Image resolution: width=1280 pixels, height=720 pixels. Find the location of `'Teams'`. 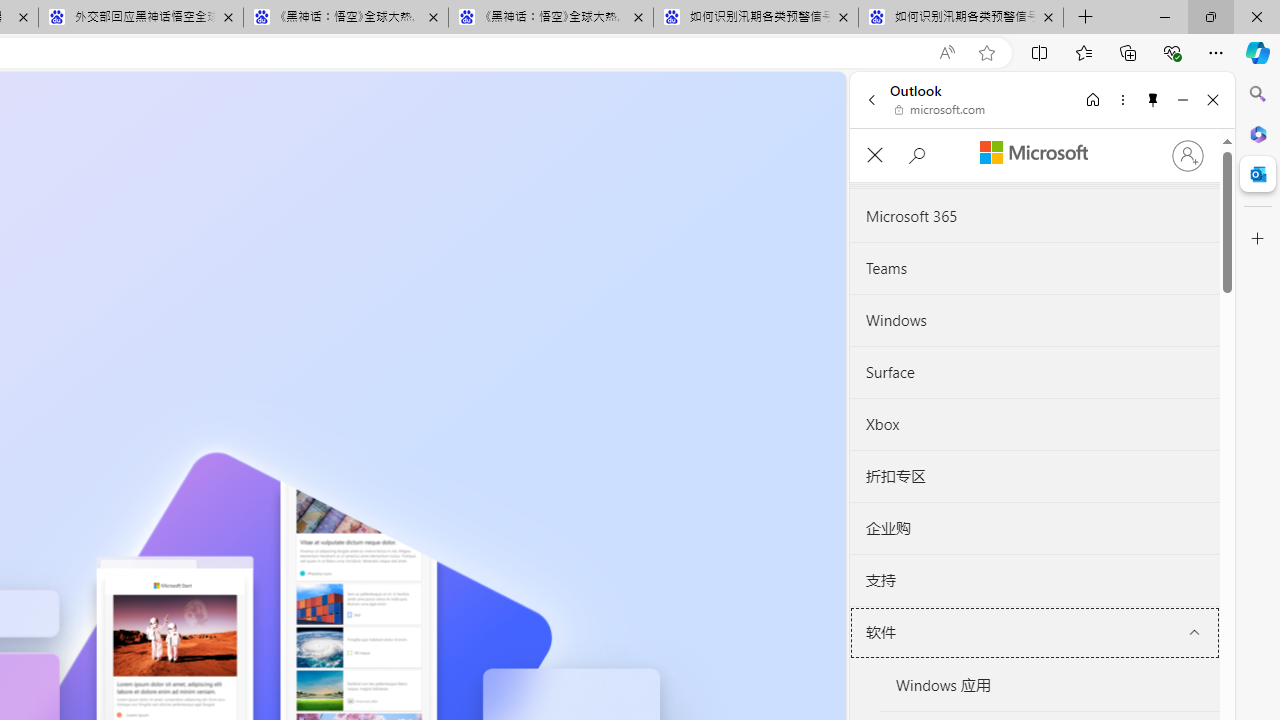

'Teams' is located at coordinates (1034, 268).